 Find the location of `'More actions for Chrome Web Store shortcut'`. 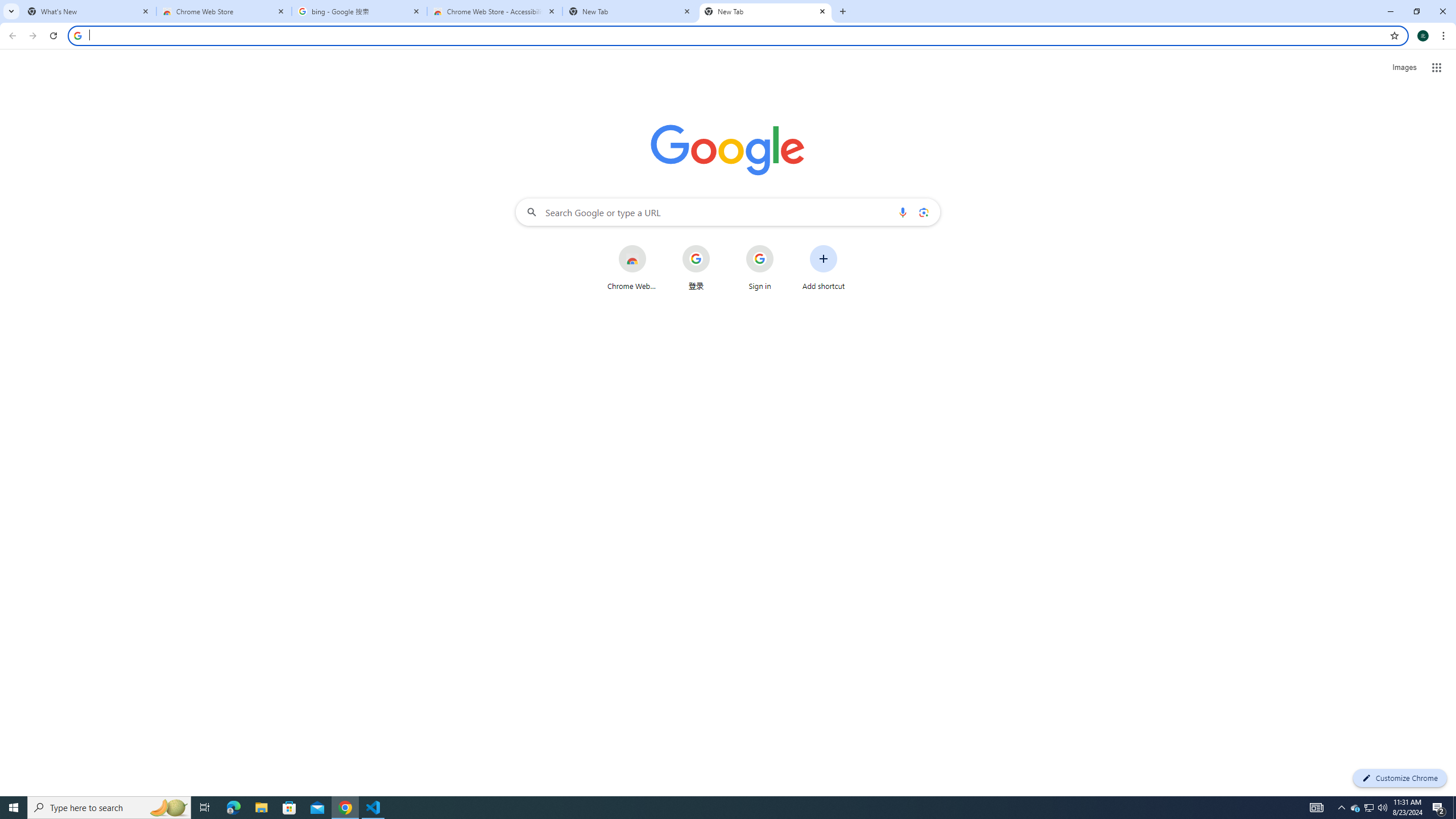

'More actions for Chrome Web Store shortcut' is located at coordinates (655, 246).